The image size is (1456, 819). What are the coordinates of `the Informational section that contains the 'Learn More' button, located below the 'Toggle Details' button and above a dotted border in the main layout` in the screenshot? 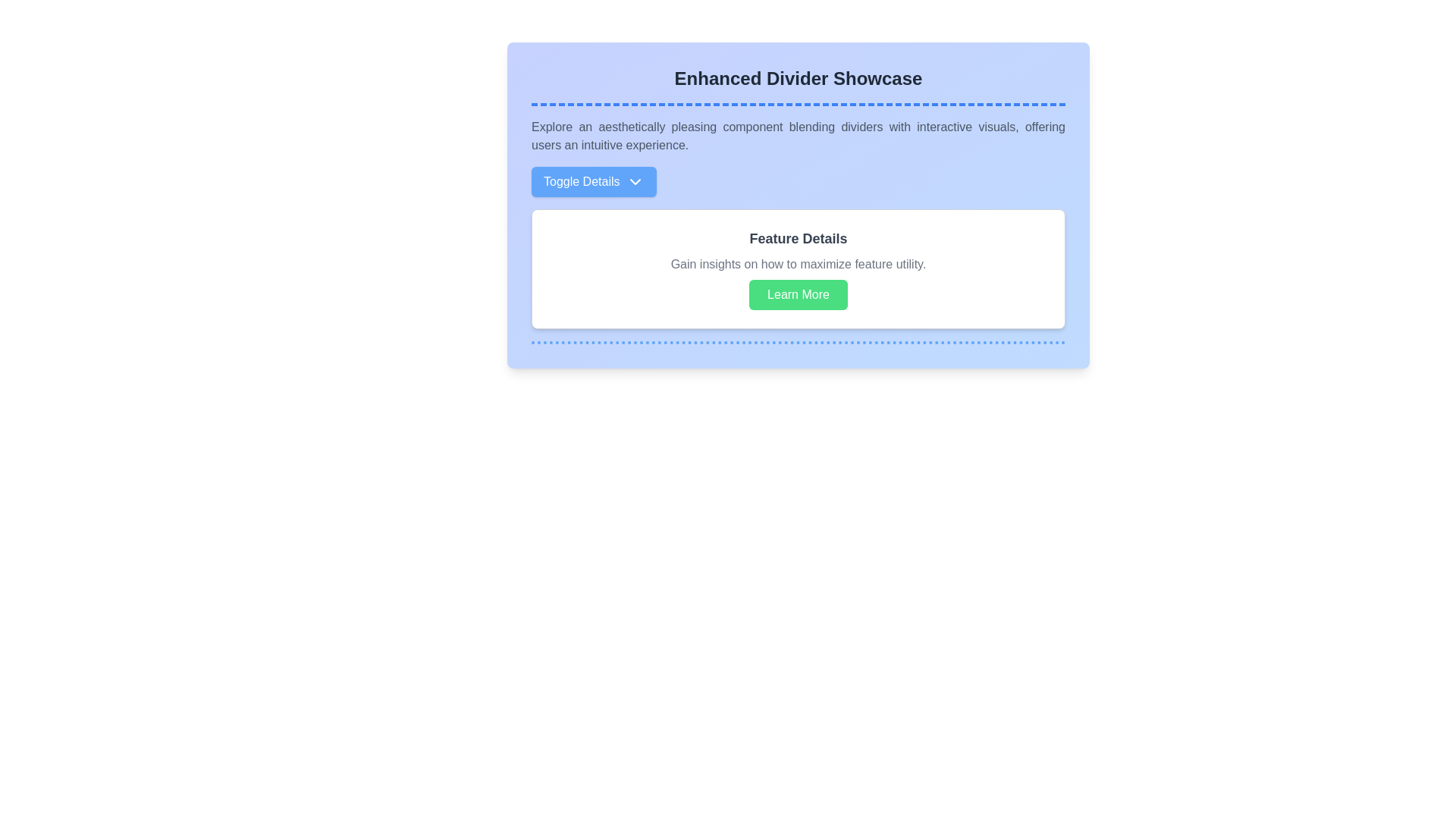 It's located at (797, 247).